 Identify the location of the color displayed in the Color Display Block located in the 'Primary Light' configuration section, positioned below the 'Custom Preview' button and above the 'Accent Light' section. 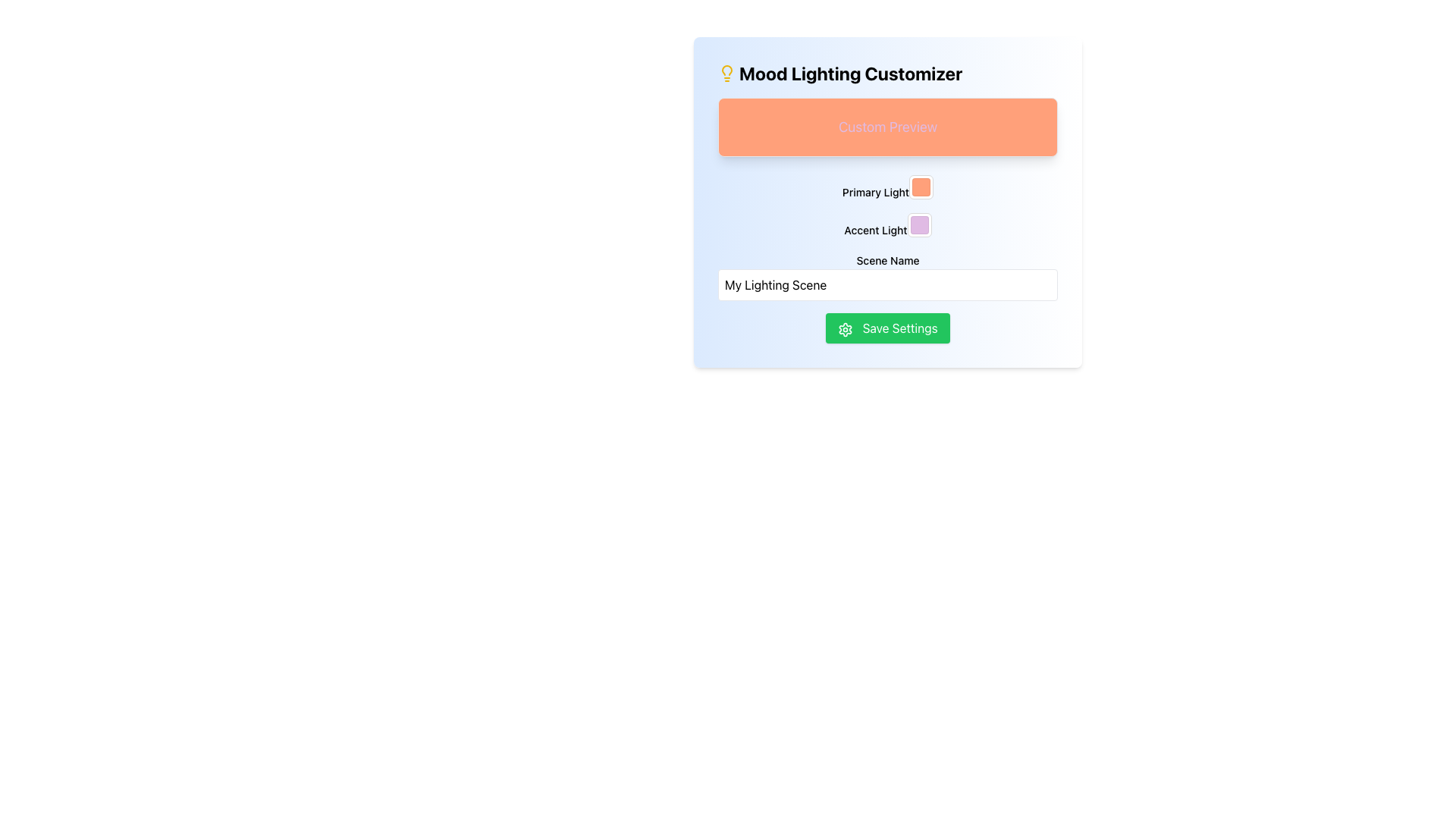
(921, 186).